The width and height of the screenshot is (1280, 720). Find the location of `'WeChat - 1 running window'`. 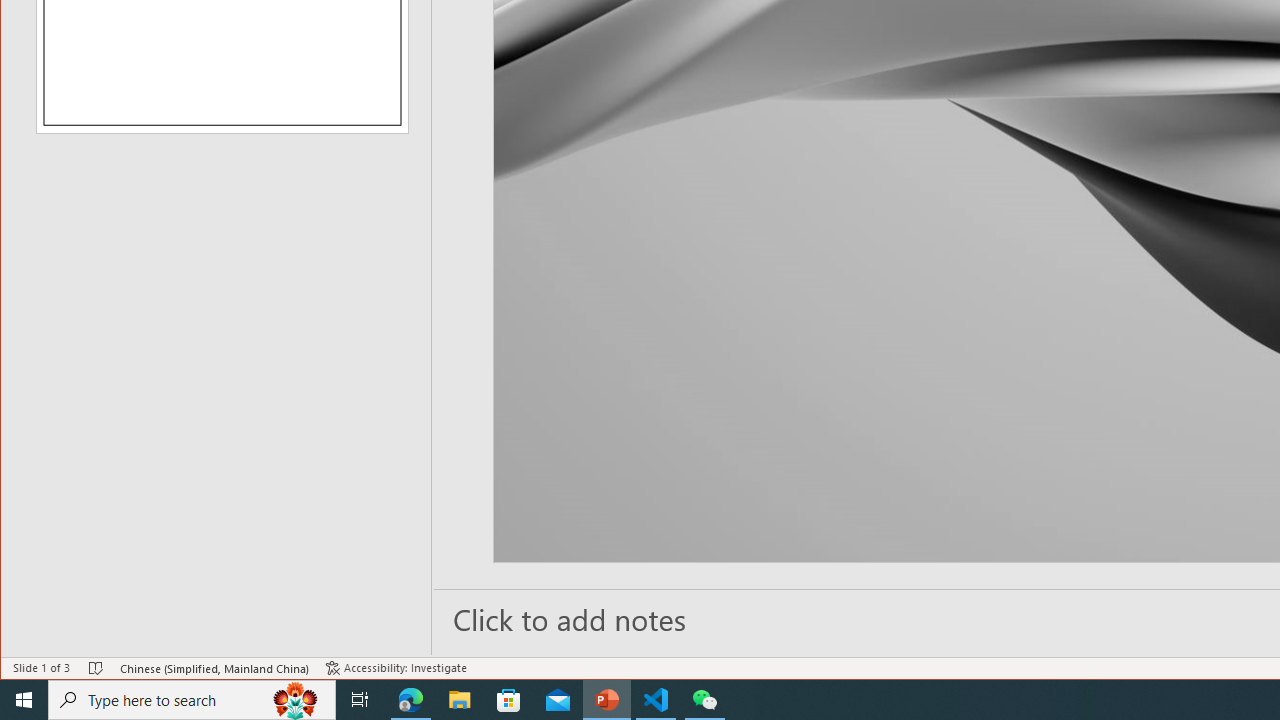

'WeChat - 1 running window' is located at coordinates (705, 698).